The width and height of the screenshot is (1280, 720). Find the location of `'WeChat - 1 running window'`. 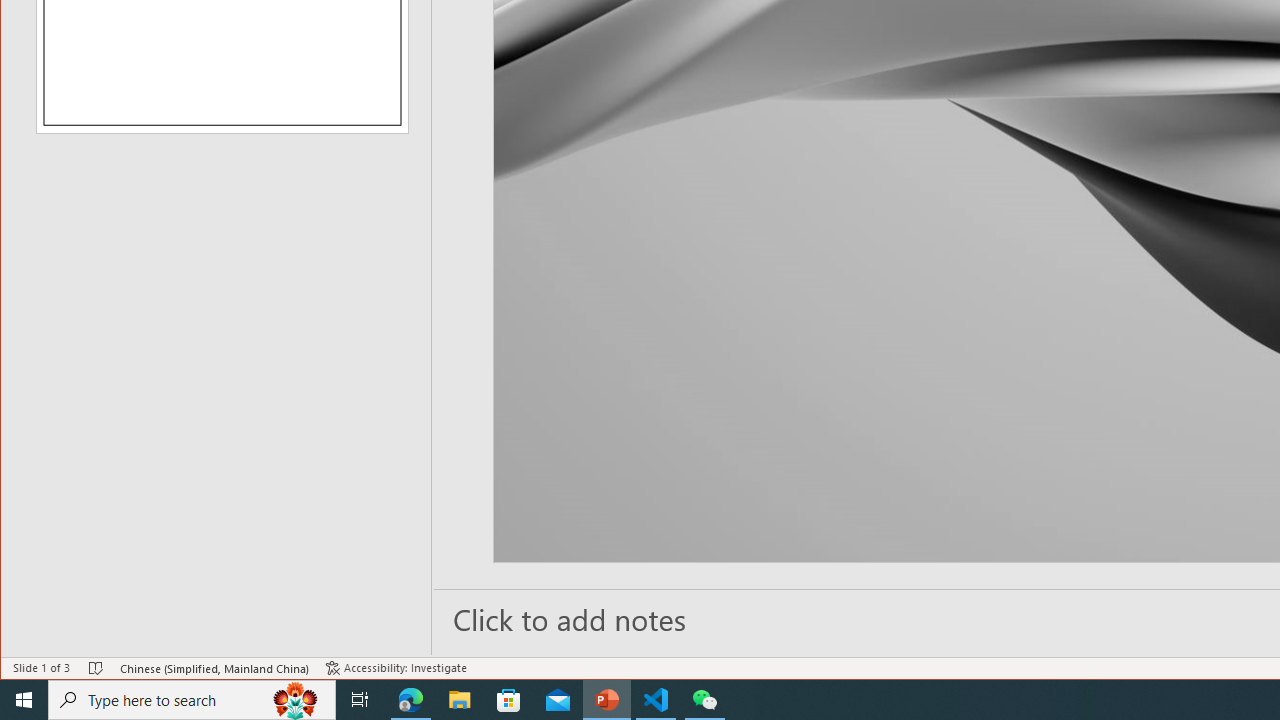

'WeChat - 1 running window' is located at coordinates (705, 698).